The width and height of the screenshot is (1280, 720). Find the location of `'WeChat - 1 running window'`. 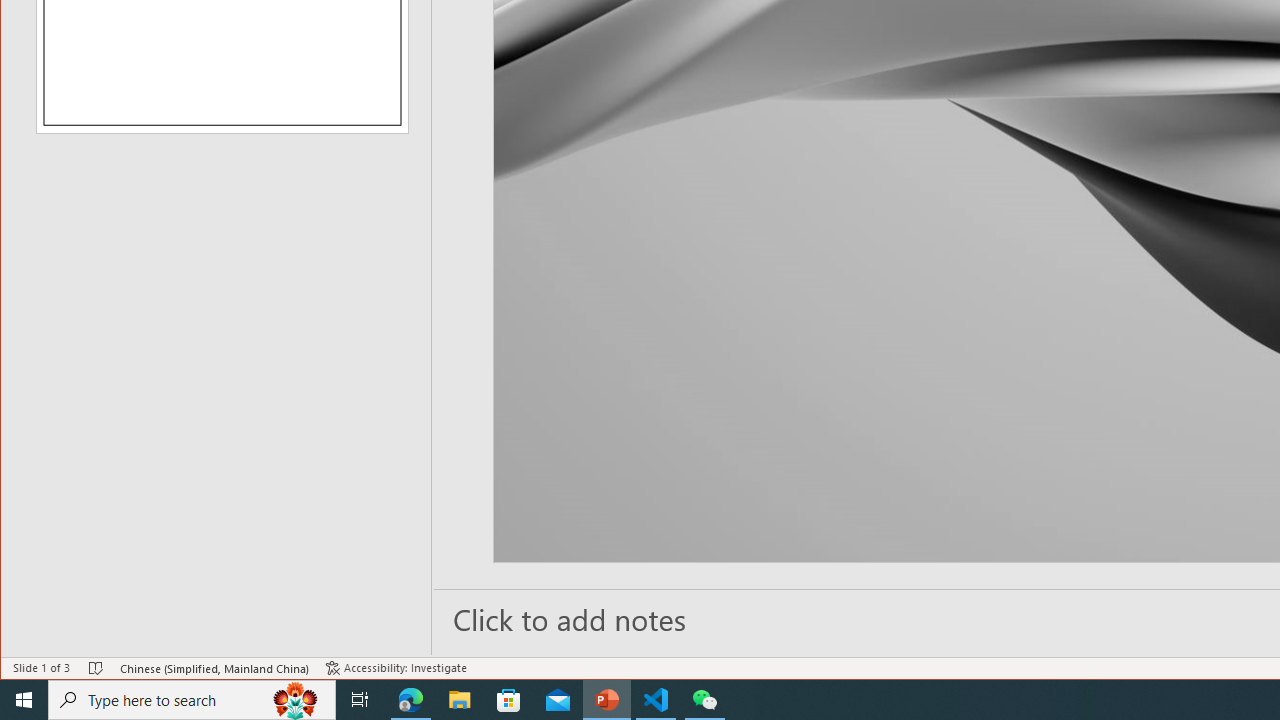

'WeChat - 1 running window' is located at coordinates (705, 698).